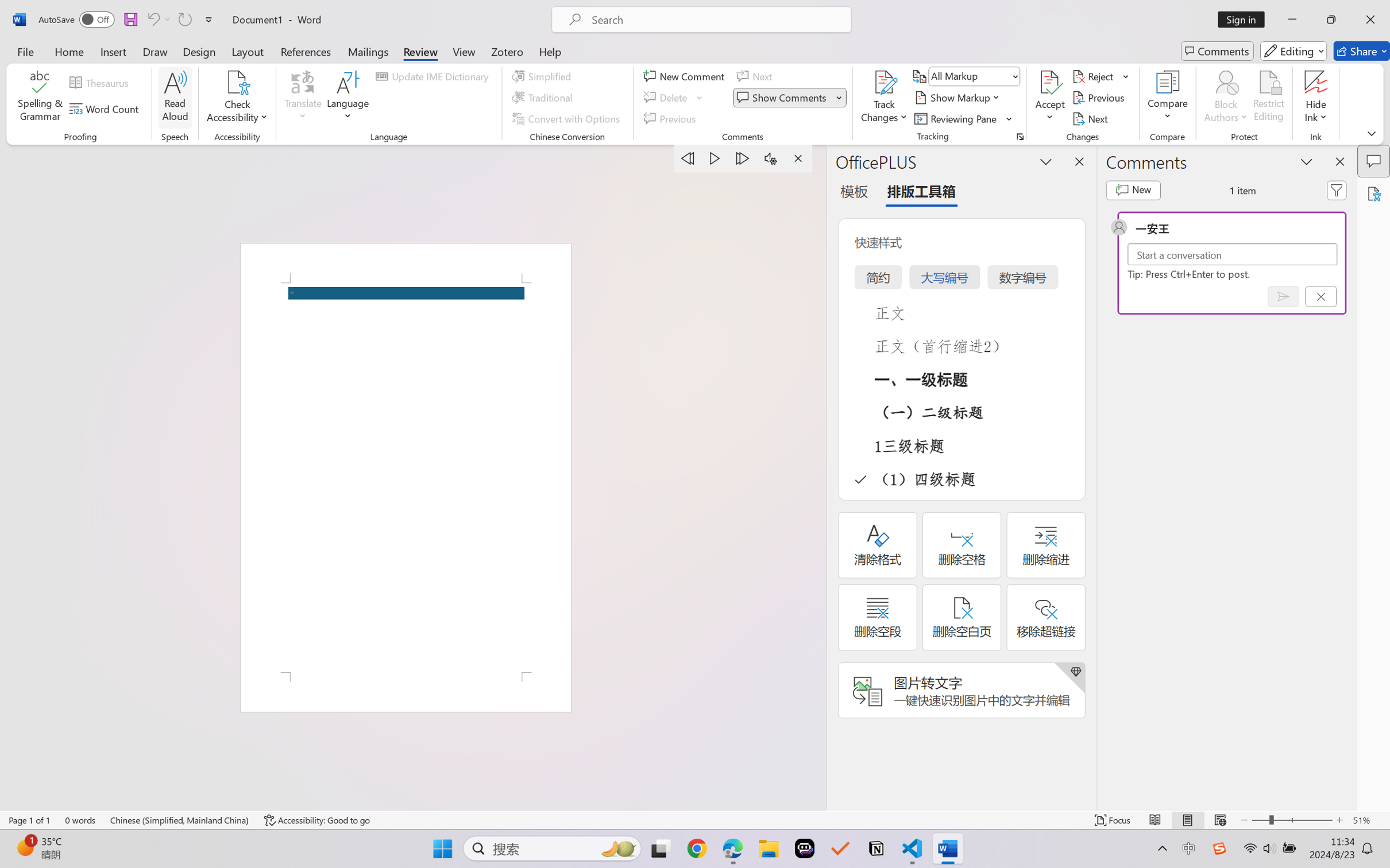  What do you see at coordinates (347, 98) in the screenshot?
I see `'Language'` at bounding box center [347, 98].